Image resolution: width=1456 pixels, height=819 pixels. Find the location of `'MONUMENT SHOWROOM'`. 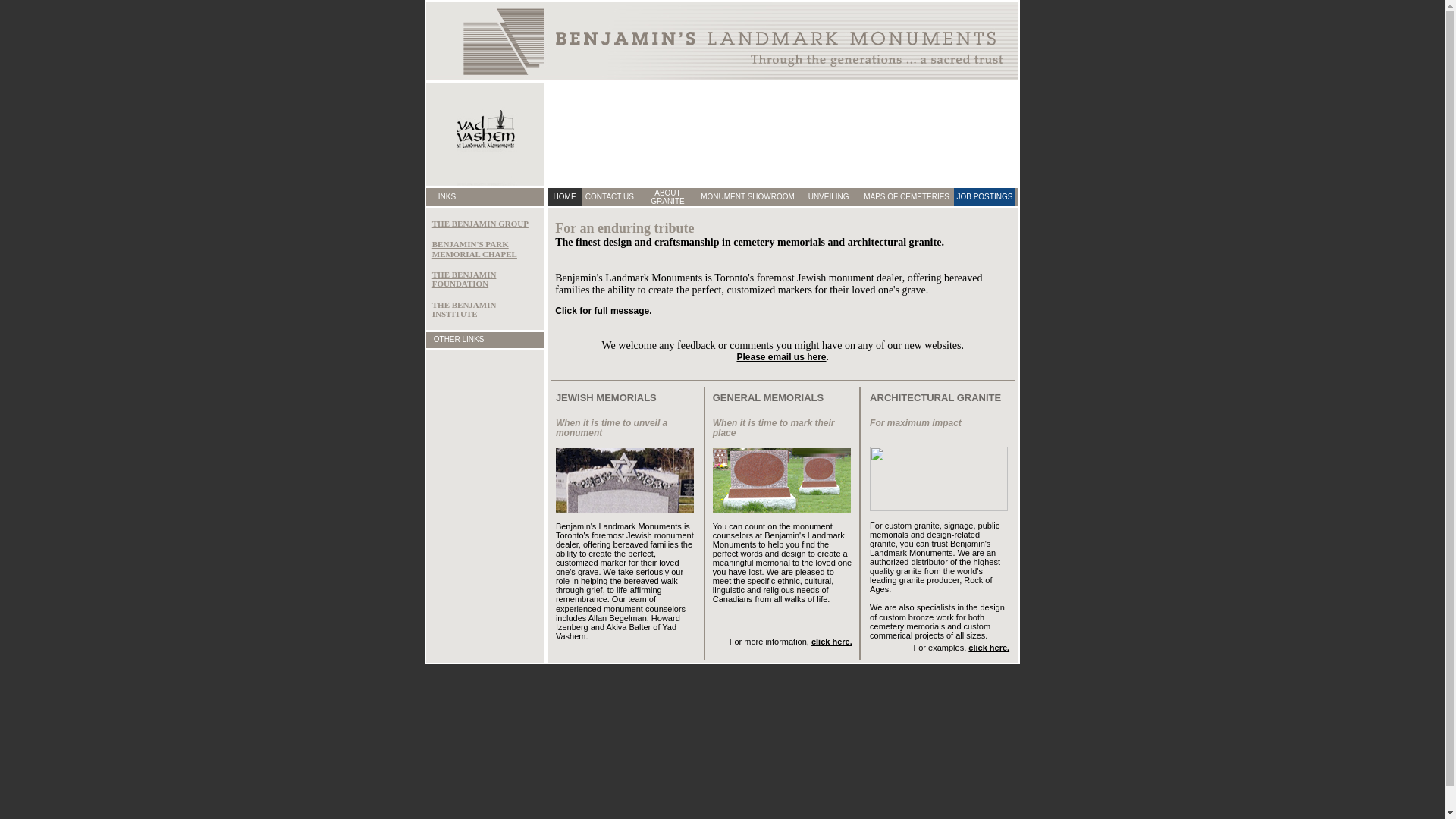

'MONUMENT SHOWROOM' is located at coordinates (700, 196).